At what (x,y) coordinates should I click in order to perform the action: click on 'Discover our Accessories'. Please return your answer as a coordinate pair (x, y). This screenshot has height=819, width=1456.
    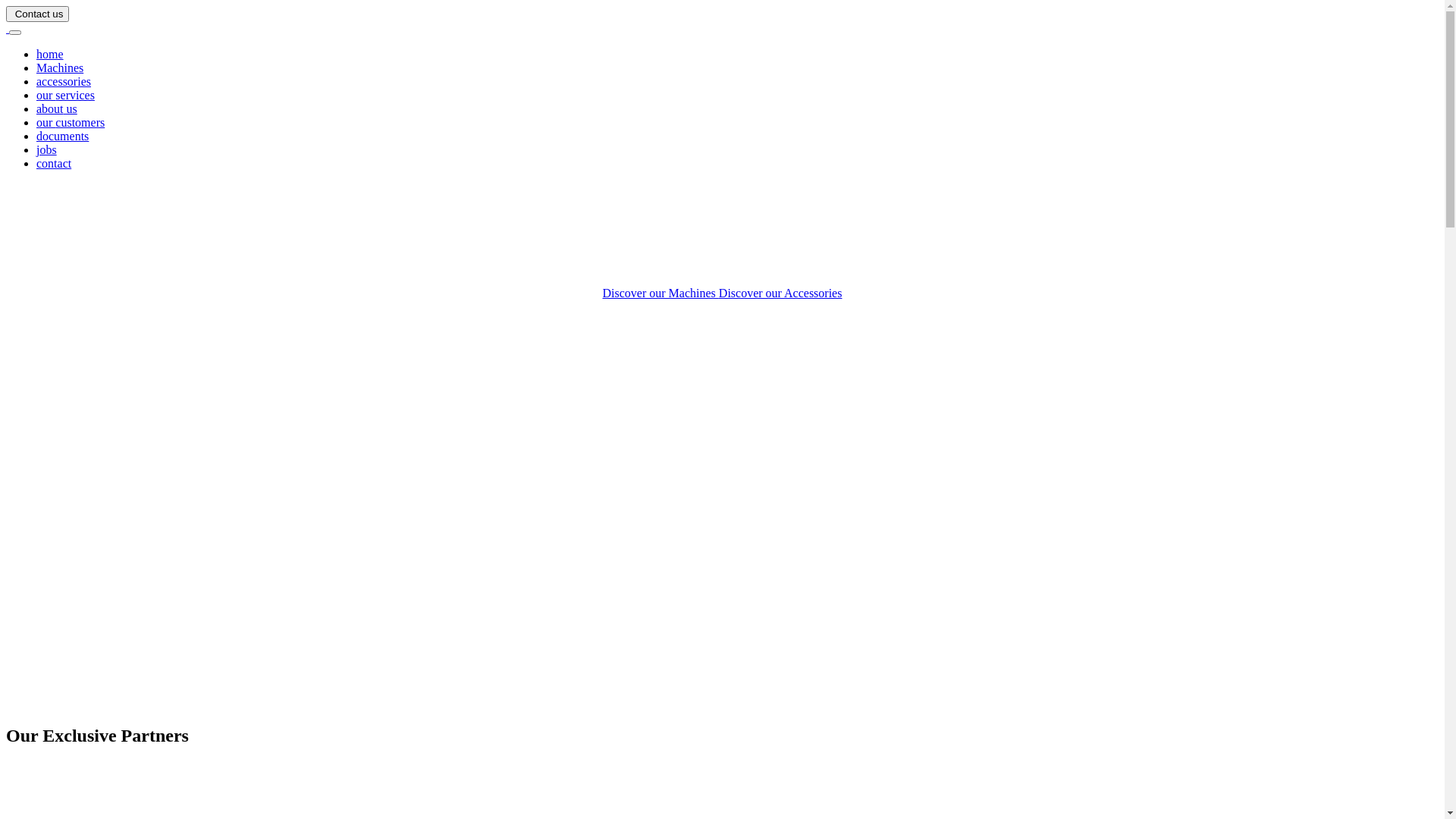
    Looking at the image, I should click on (780, 293).